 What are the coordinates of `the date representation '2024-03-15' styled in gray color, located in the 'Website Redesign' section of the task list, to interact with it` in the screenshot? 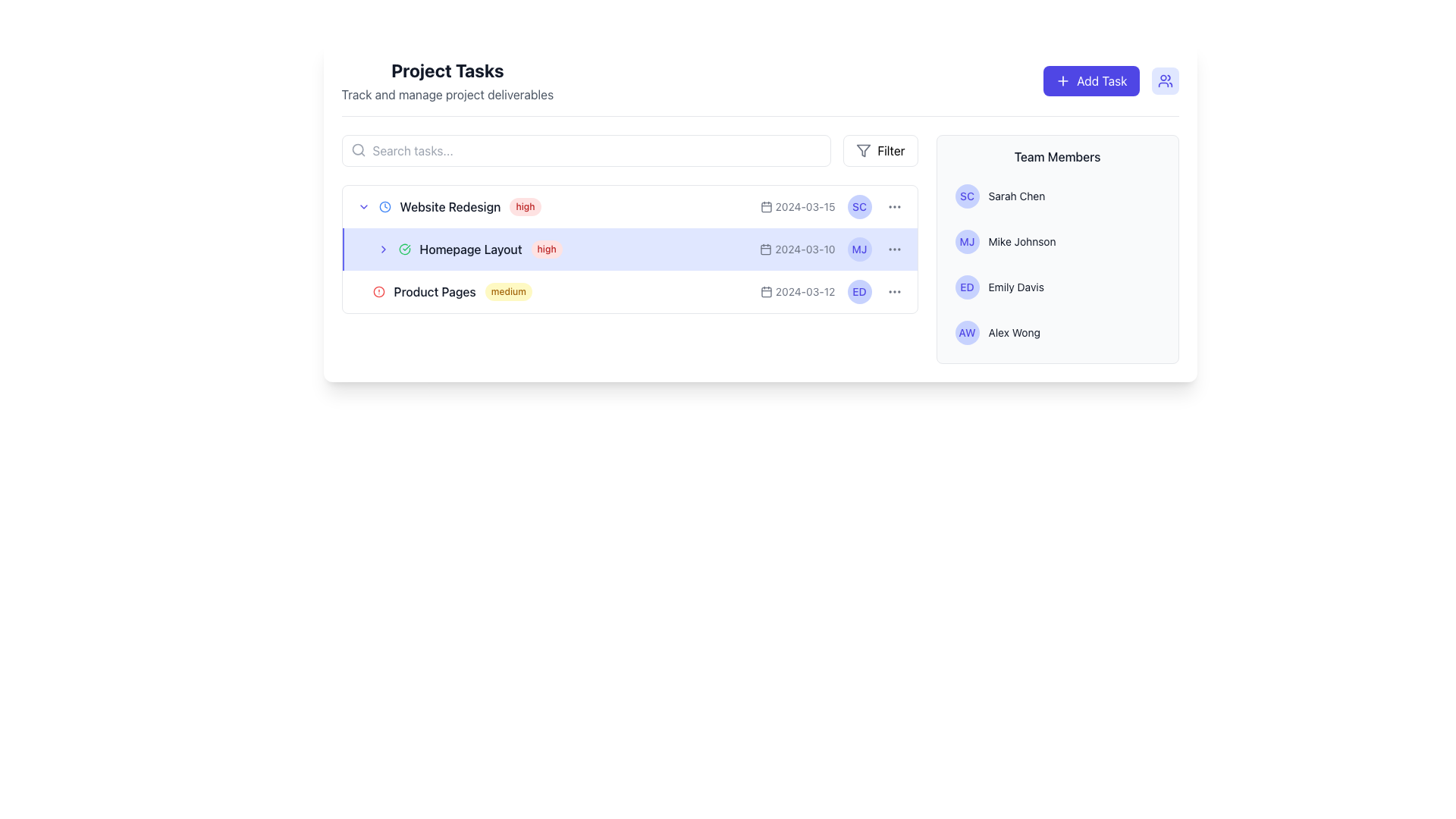 It's located at (796, 207).